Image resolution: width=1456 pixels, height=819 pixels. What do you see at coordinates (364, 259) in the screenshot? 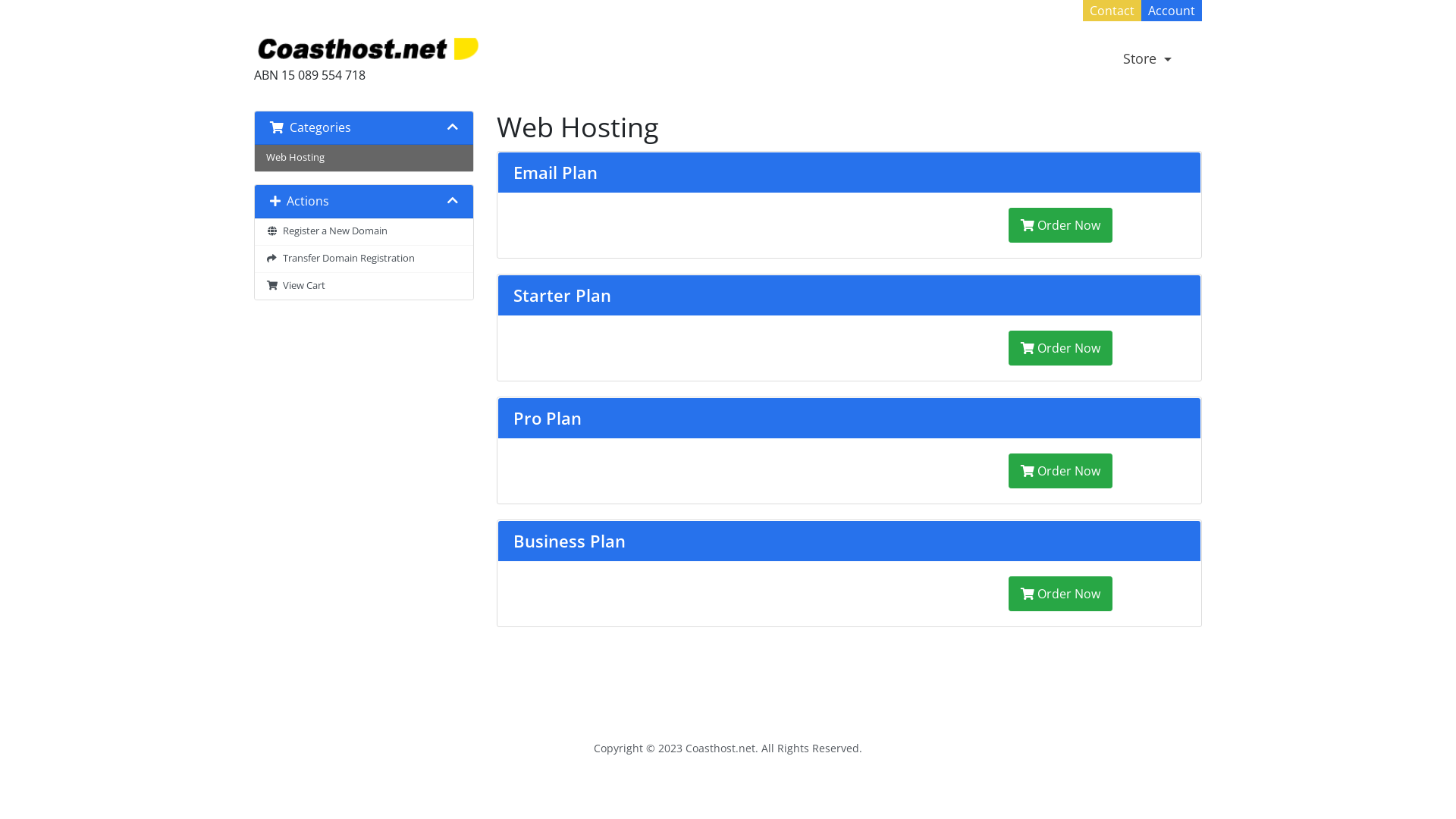
I see `'  Transfer Domain Registration'` at bounding box center [364, 259].